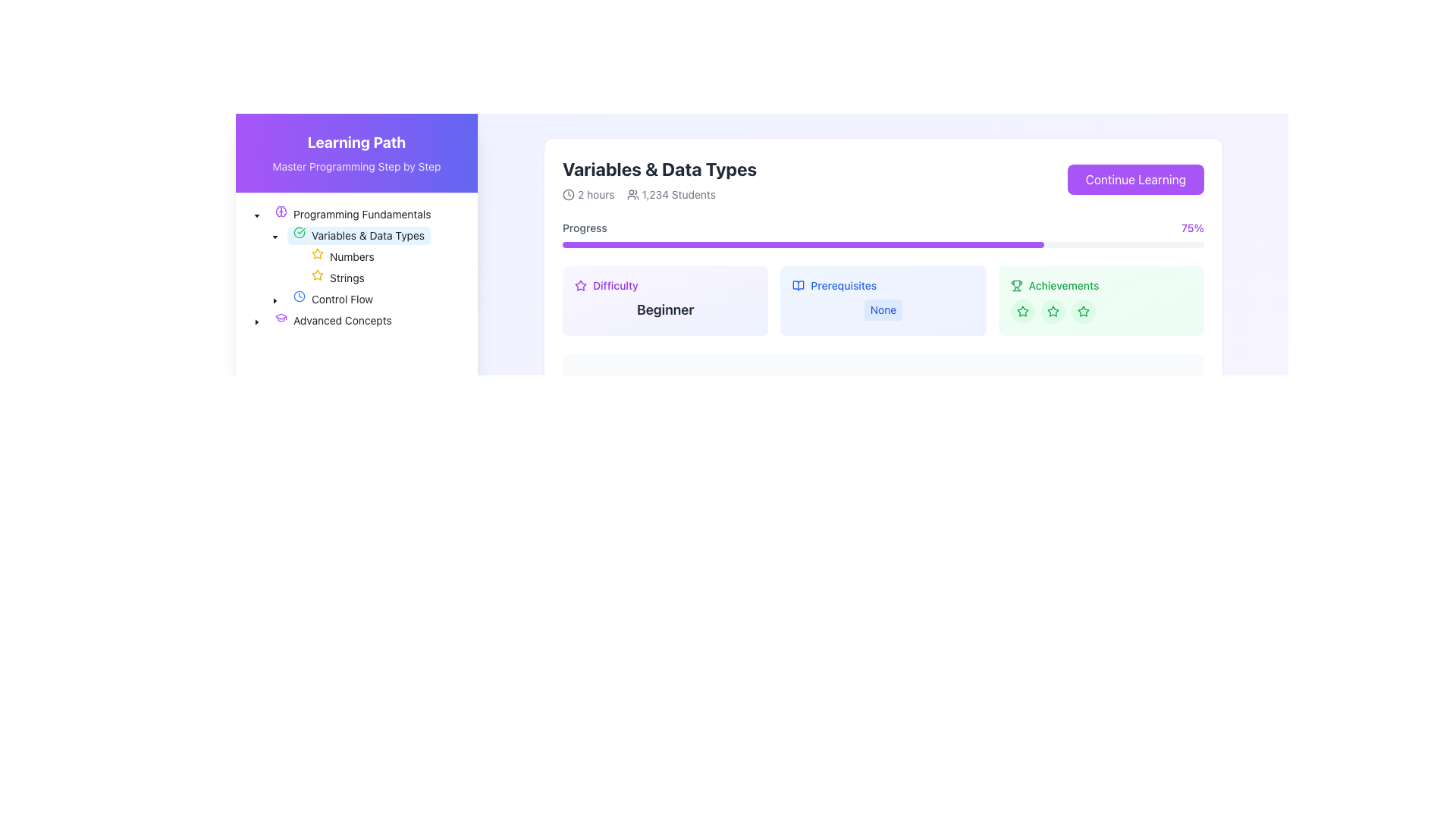 The image size is (1456, 819). I want to click on the star-shaped icon with a green outer border in the 'Achievements' section to highlight the related area, so click(1082, 311).